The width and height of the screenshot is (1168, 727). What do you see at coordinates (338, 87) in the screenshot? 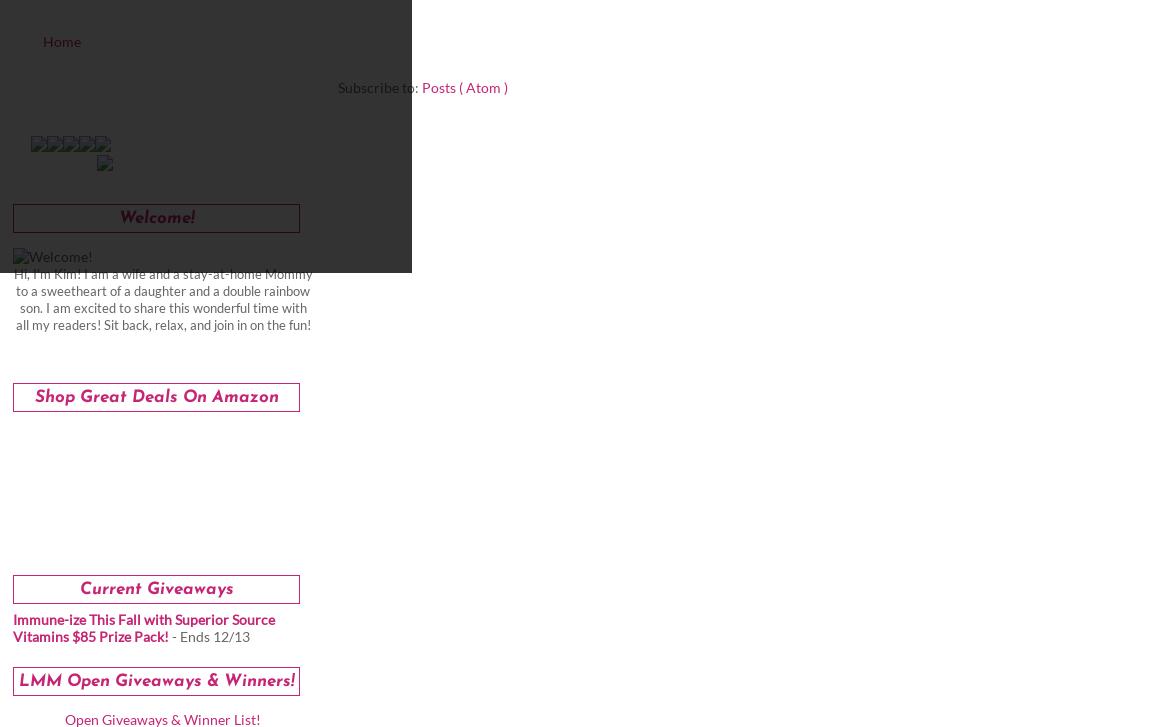
I see `'Subscribe to:'` at bounding box center [338, 87].